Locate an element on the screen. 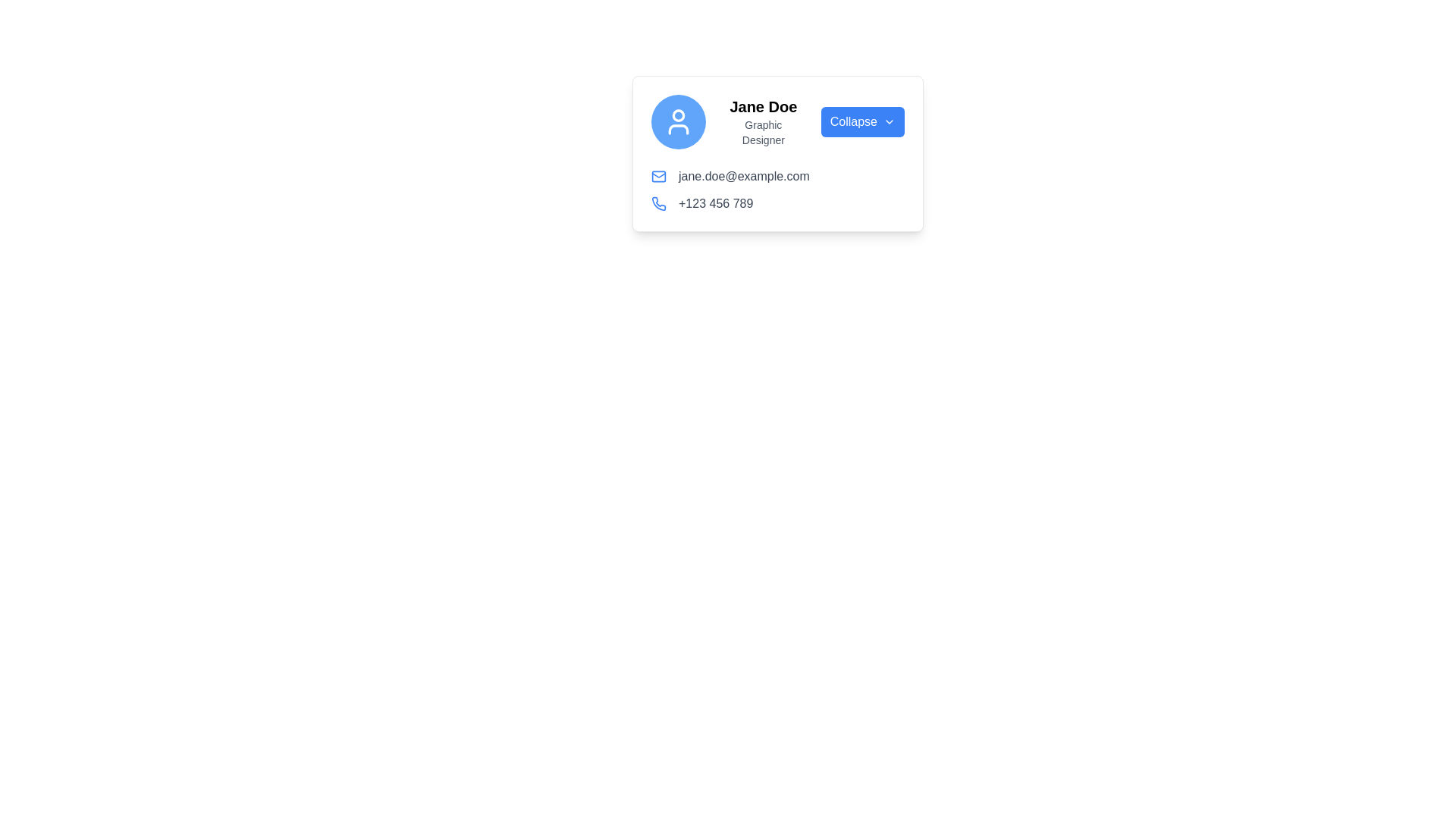 The height and width of the screenshot is (819, 1456). the blue phone icon located to the left of the phone number '+123 456 789' in the contact details section of the user profile card is located at coordinates (658, 203).